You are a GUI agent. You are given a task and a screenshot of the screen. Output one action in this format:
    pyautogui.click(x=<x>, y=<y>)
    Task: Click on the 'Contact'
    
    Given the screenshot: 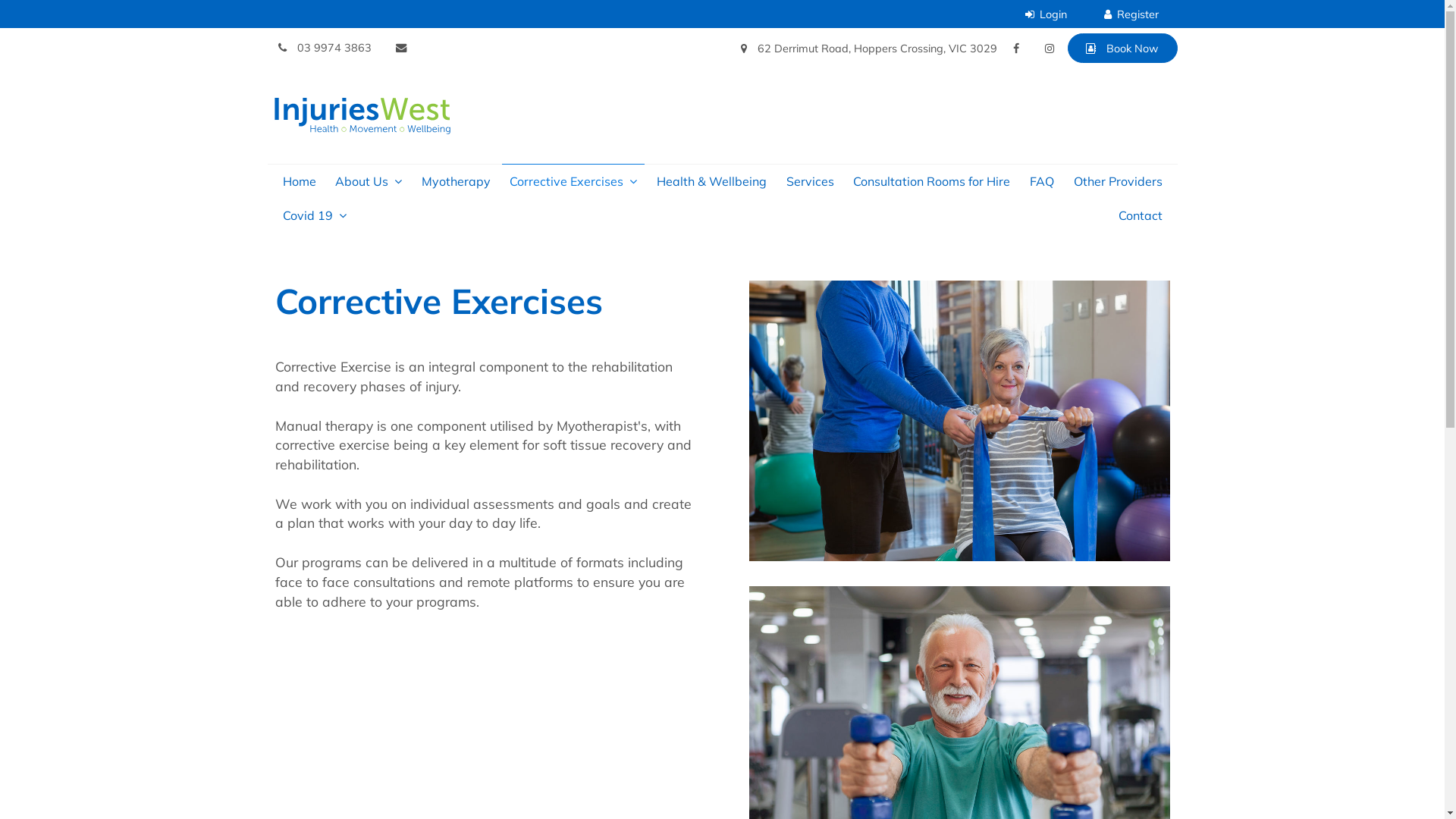 What is the action you would take?
    pyautogui.click(x=1110, y=215)
    